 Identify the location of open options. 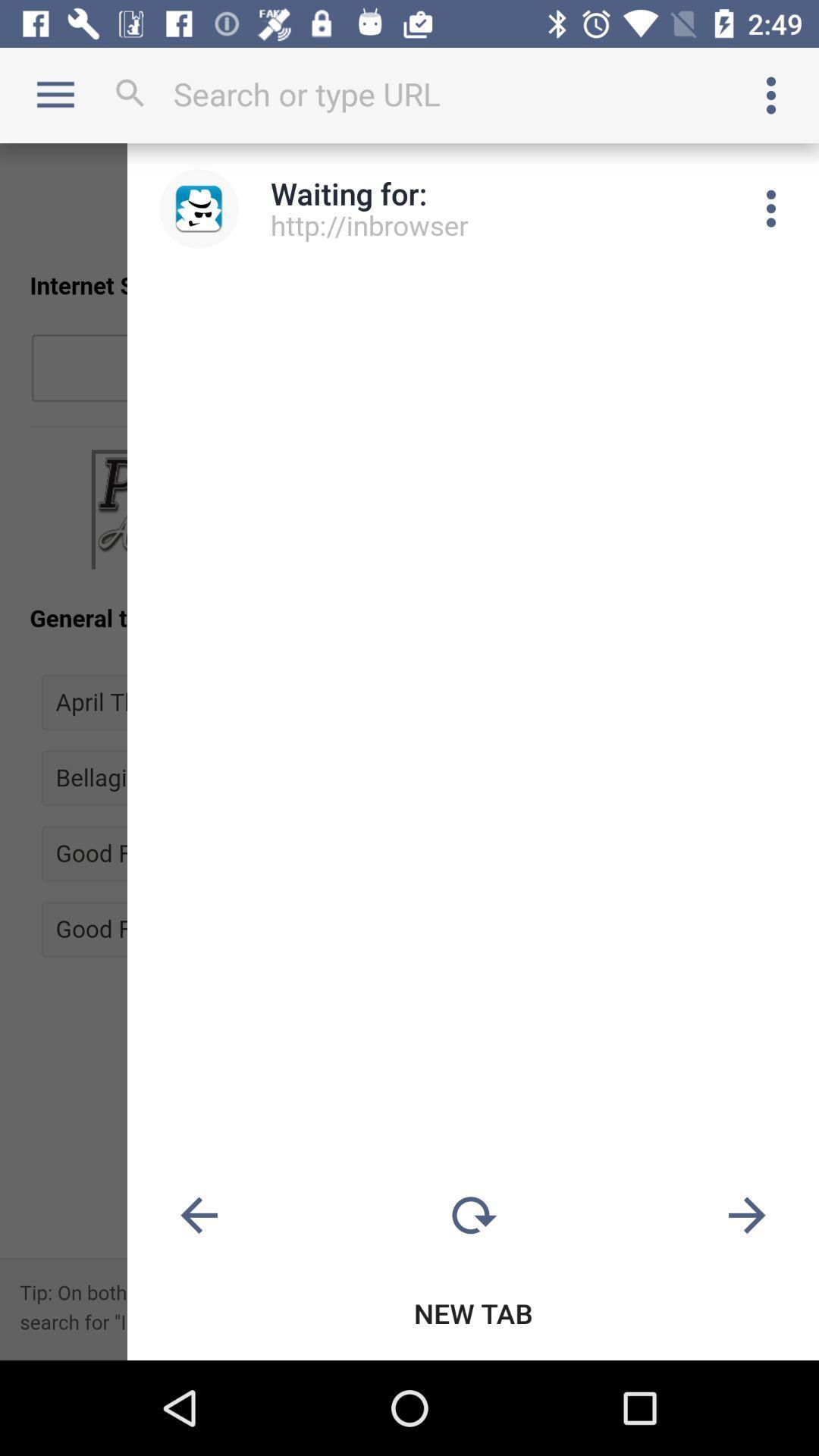
(771, 94).